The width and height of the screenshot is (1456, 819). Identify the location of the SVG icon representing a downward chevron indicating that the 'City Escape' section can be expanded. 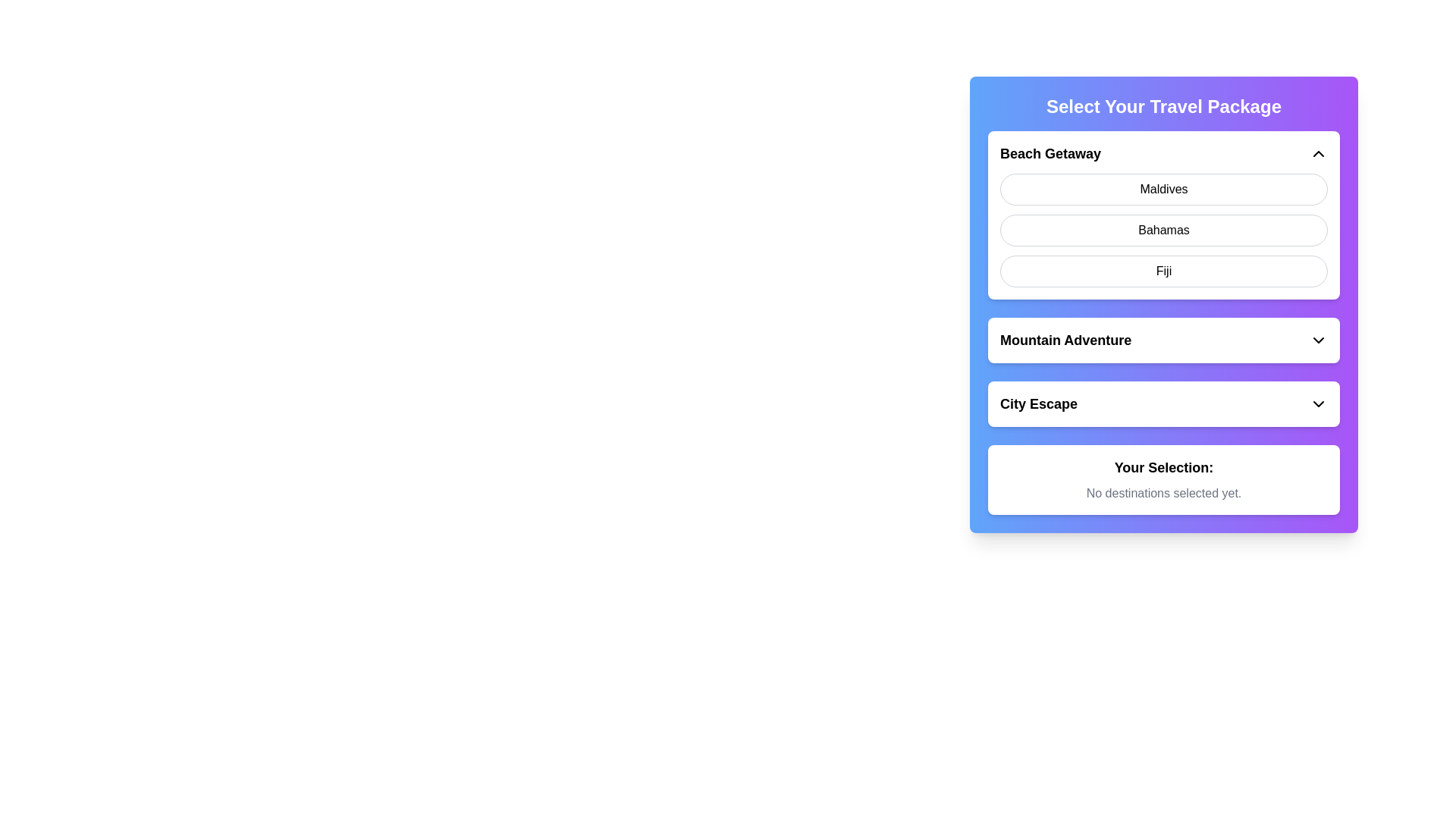
(1317, 403).